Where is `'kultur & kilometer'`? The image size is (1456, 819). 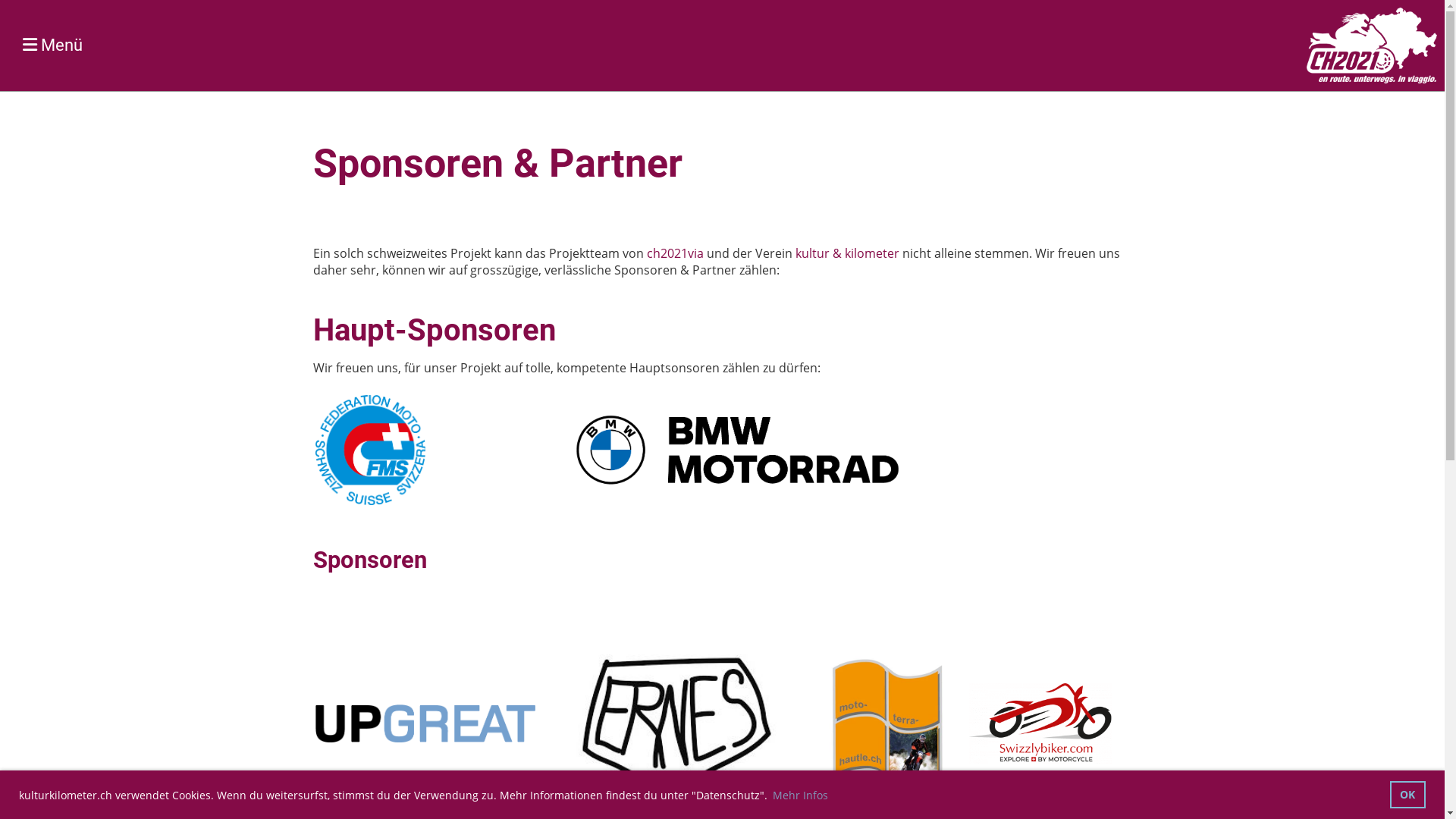 'kultur & kilometer' is located at coordinates (846, 253).